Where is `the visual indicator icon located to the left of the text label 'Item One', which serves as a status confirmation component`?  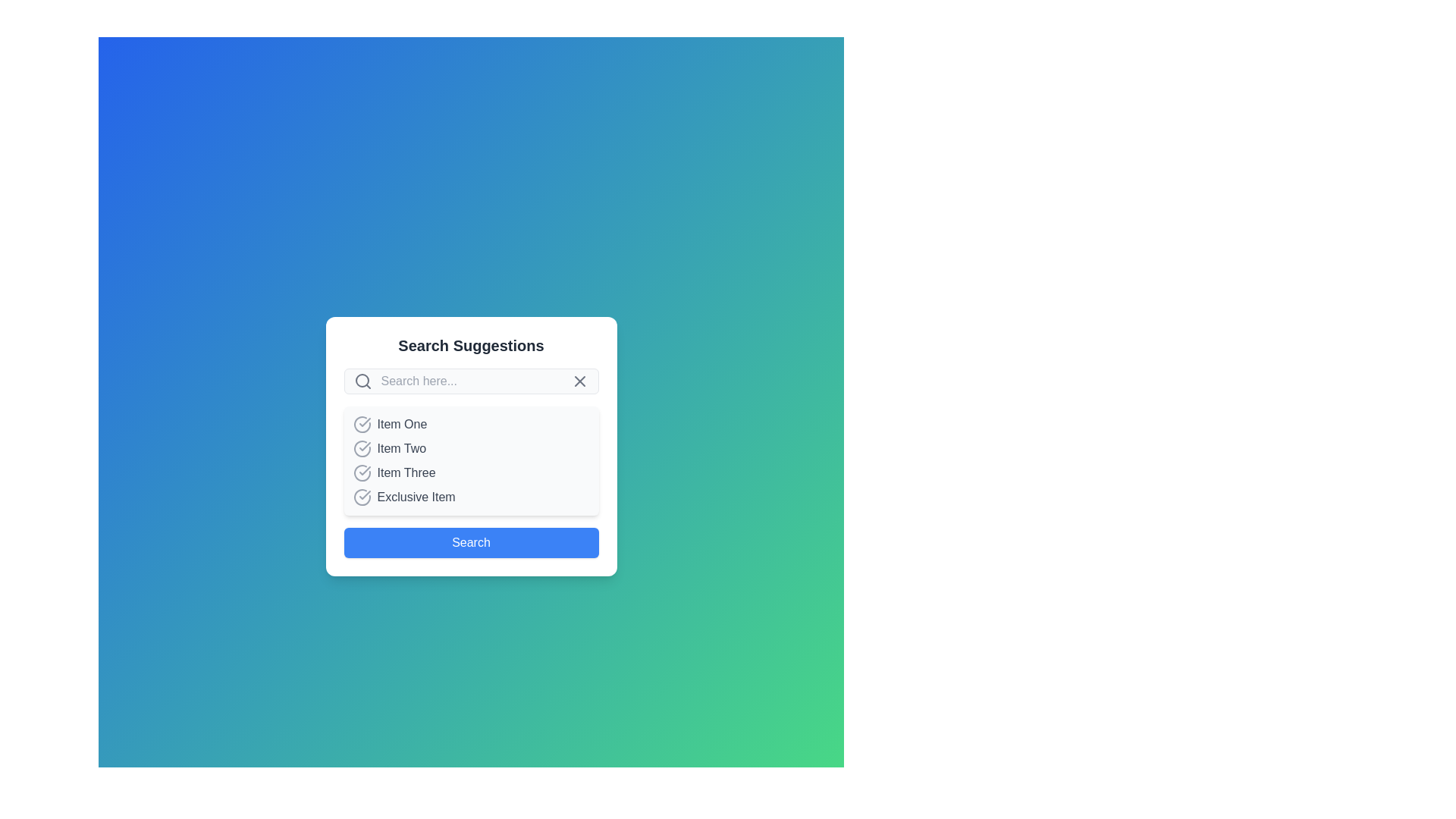 the visual indicator icon located to the left of the text label 'Item One', which serves as a status confirmation component is located at coordinates (364, 422).